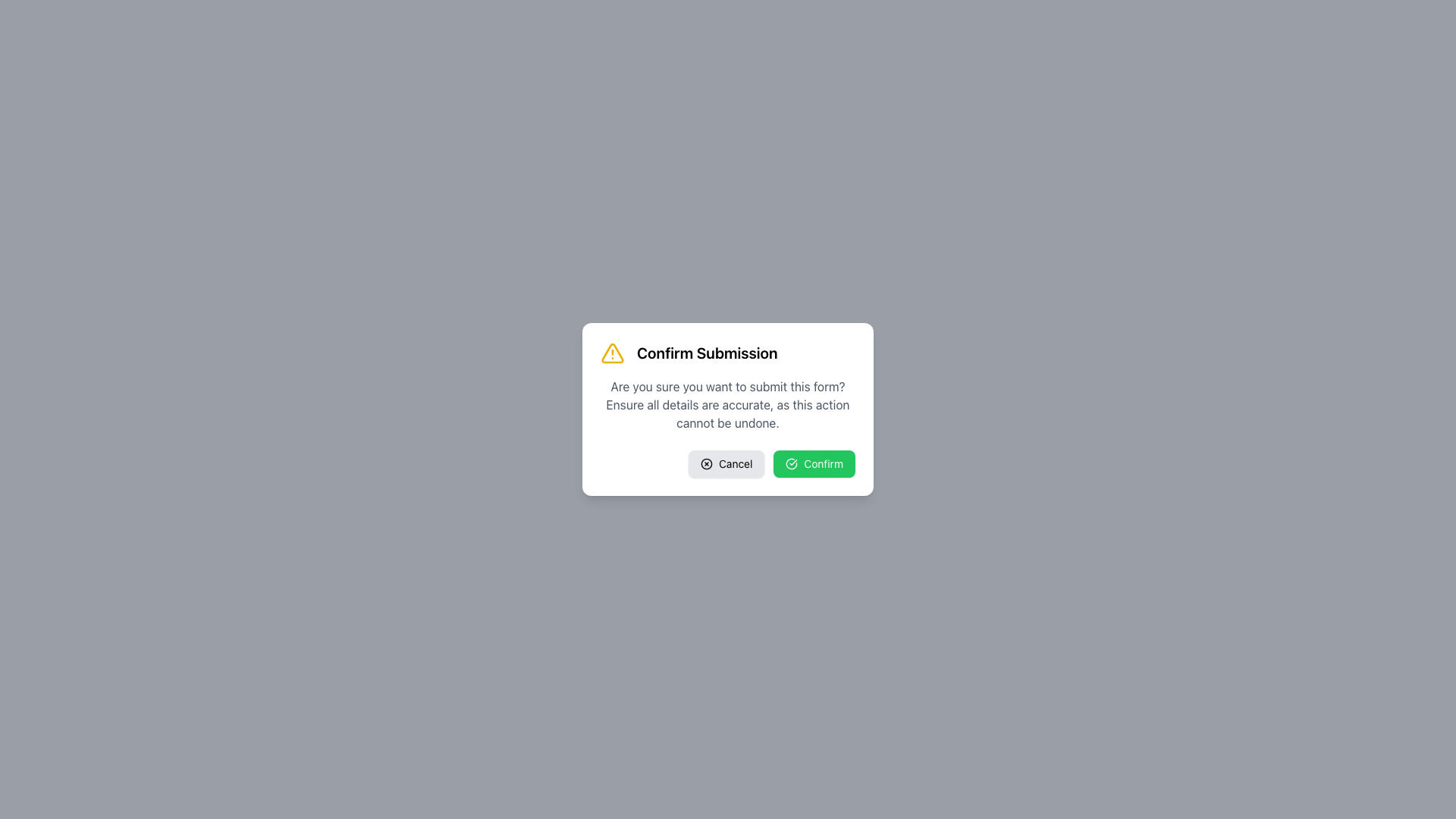  Describe the element at coordinates (706, 353) in the screenshot. I see `title text labeled 'Confirm Submission' which is prominently displayed in a dialog box, positioned centrally above an explanatory paragraph` at that location.